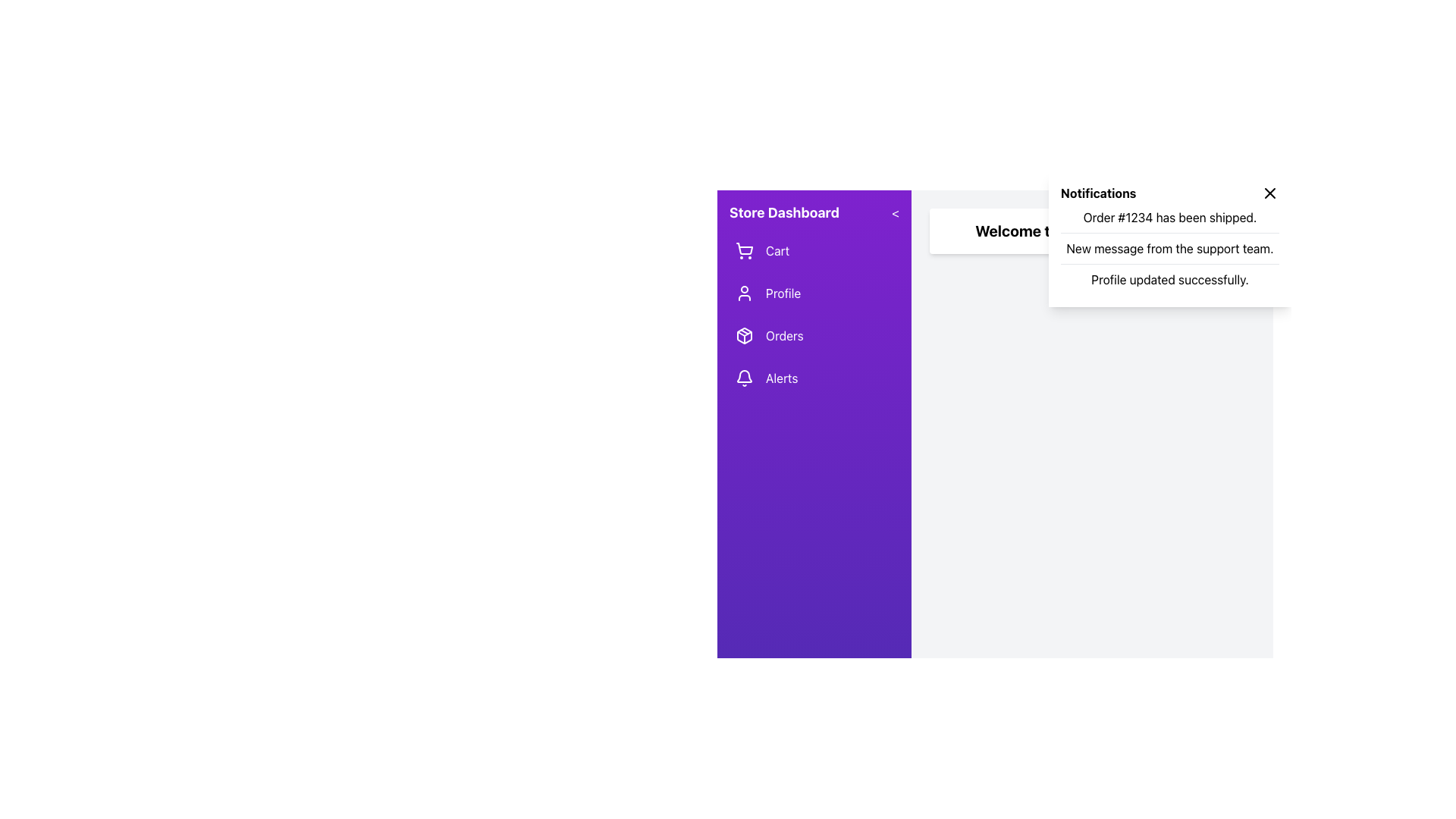  I want to click on the 'X' button in the top-right corner of the notification dropdown, so click(1270, 192).